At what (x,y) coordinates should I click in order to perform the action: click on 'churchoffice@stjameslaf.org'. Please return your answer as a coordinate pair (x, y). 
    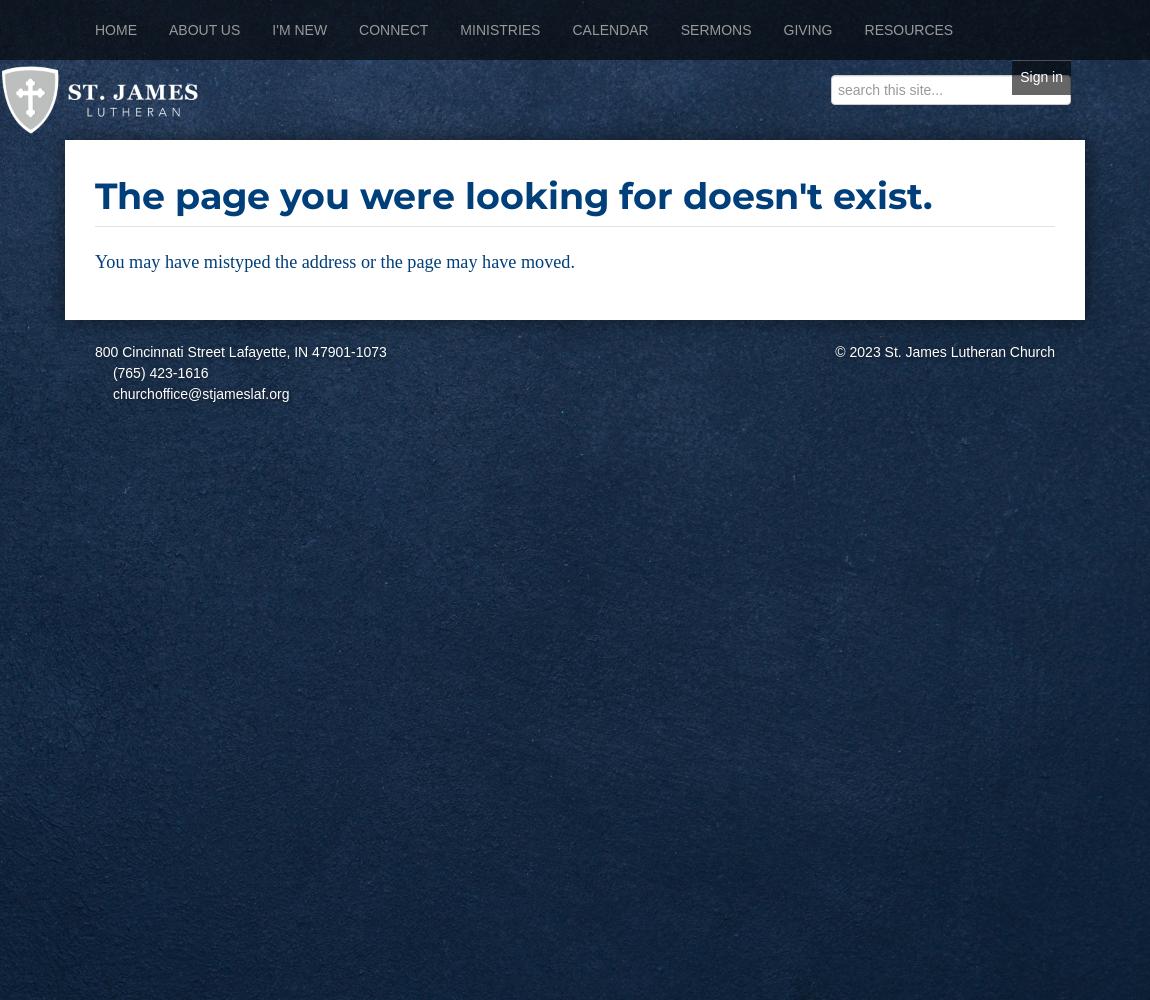
    Looking at the image, I should click on (197, 393).